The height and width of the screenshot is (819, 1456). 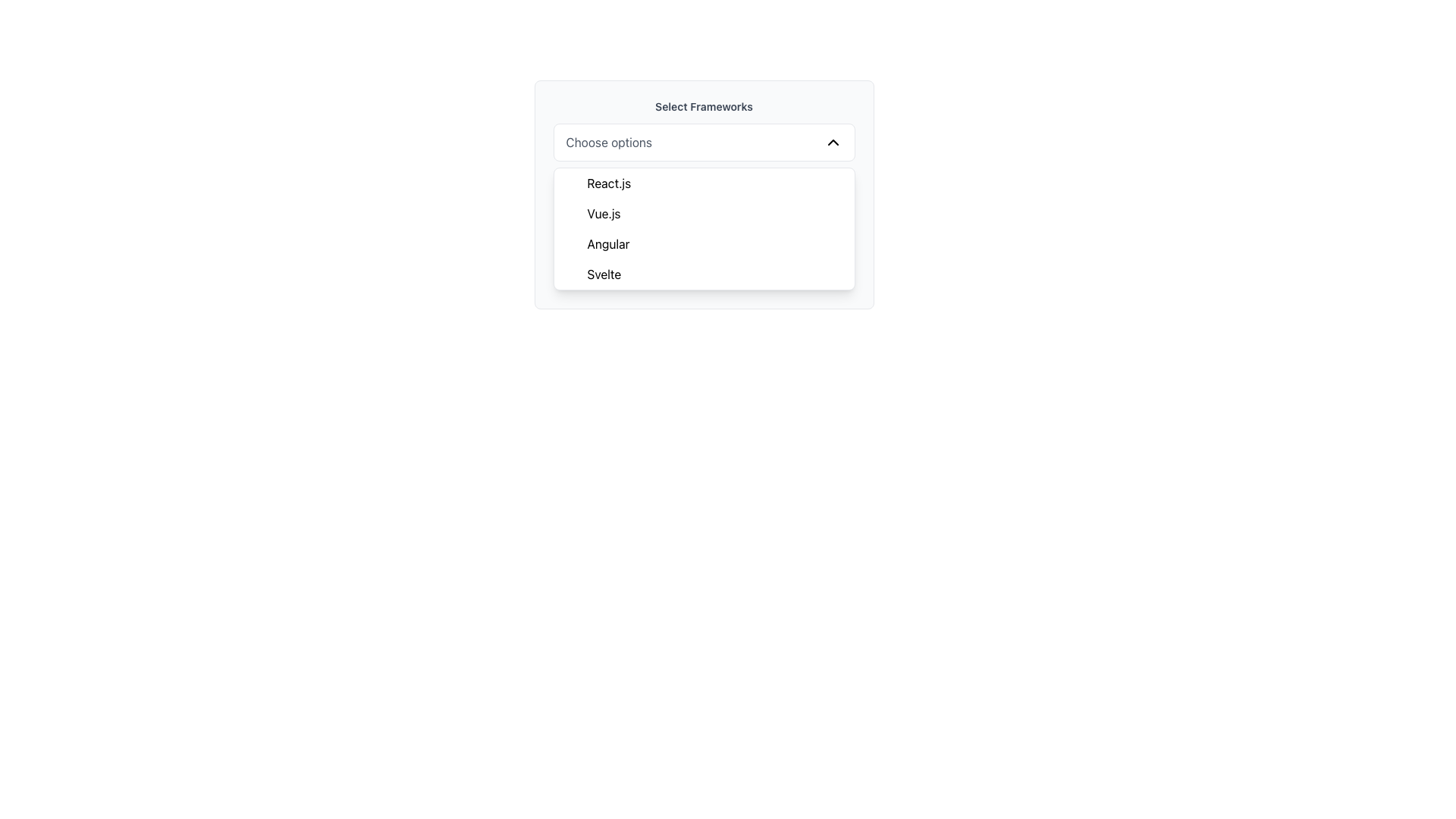 I want to click on the static text label or heading that indicates the purpose of the section for the dropdown and list of framework options, so click(x=703, y=106).